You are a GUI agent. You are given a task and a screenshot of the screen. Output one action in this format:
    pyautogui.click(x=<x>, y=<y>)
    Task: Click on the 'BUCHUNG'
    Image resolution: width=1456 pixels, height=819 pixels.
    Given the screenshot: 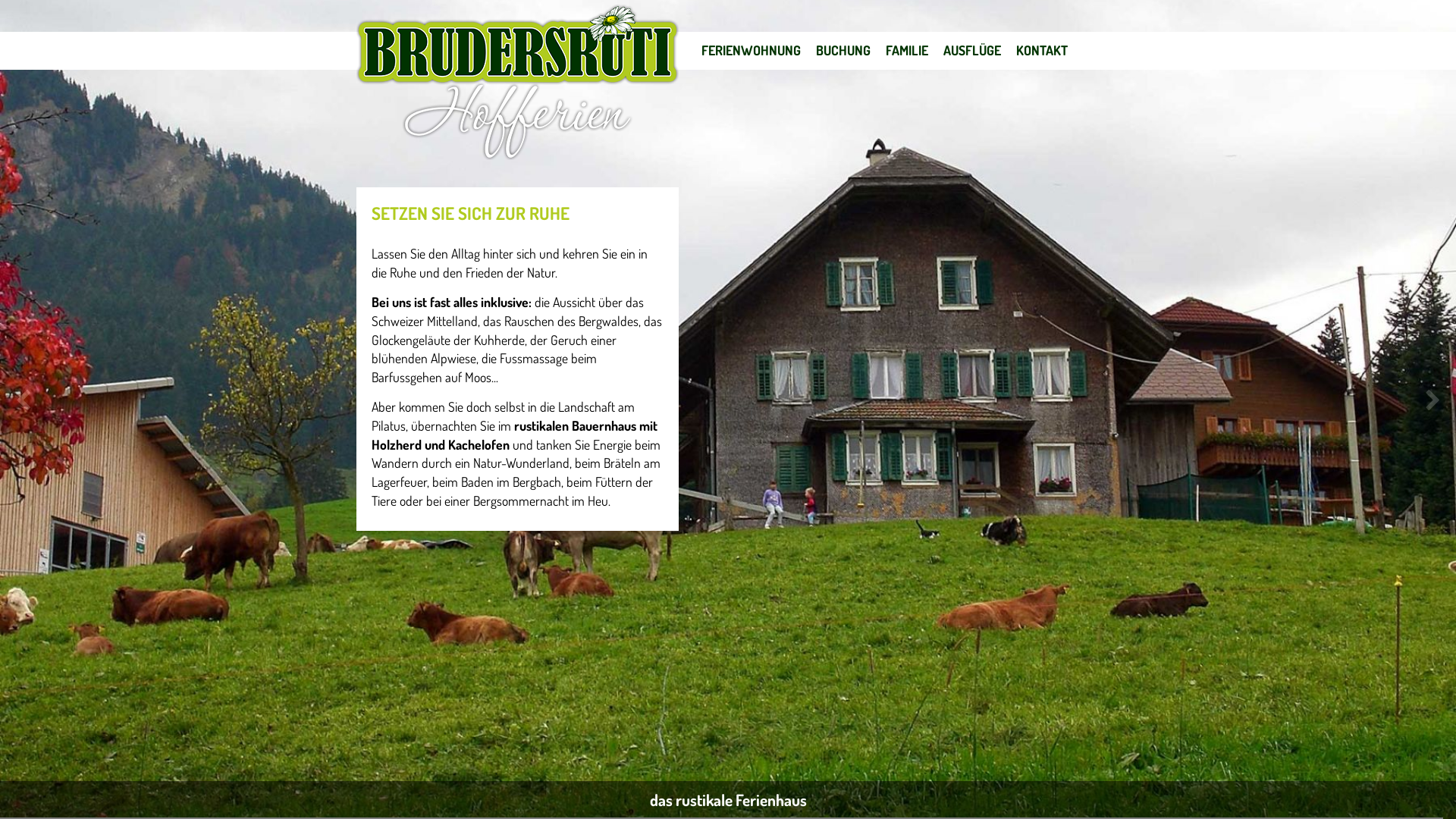 What is the action you would take?
    pyautogui.click(x=843, y=49)
    